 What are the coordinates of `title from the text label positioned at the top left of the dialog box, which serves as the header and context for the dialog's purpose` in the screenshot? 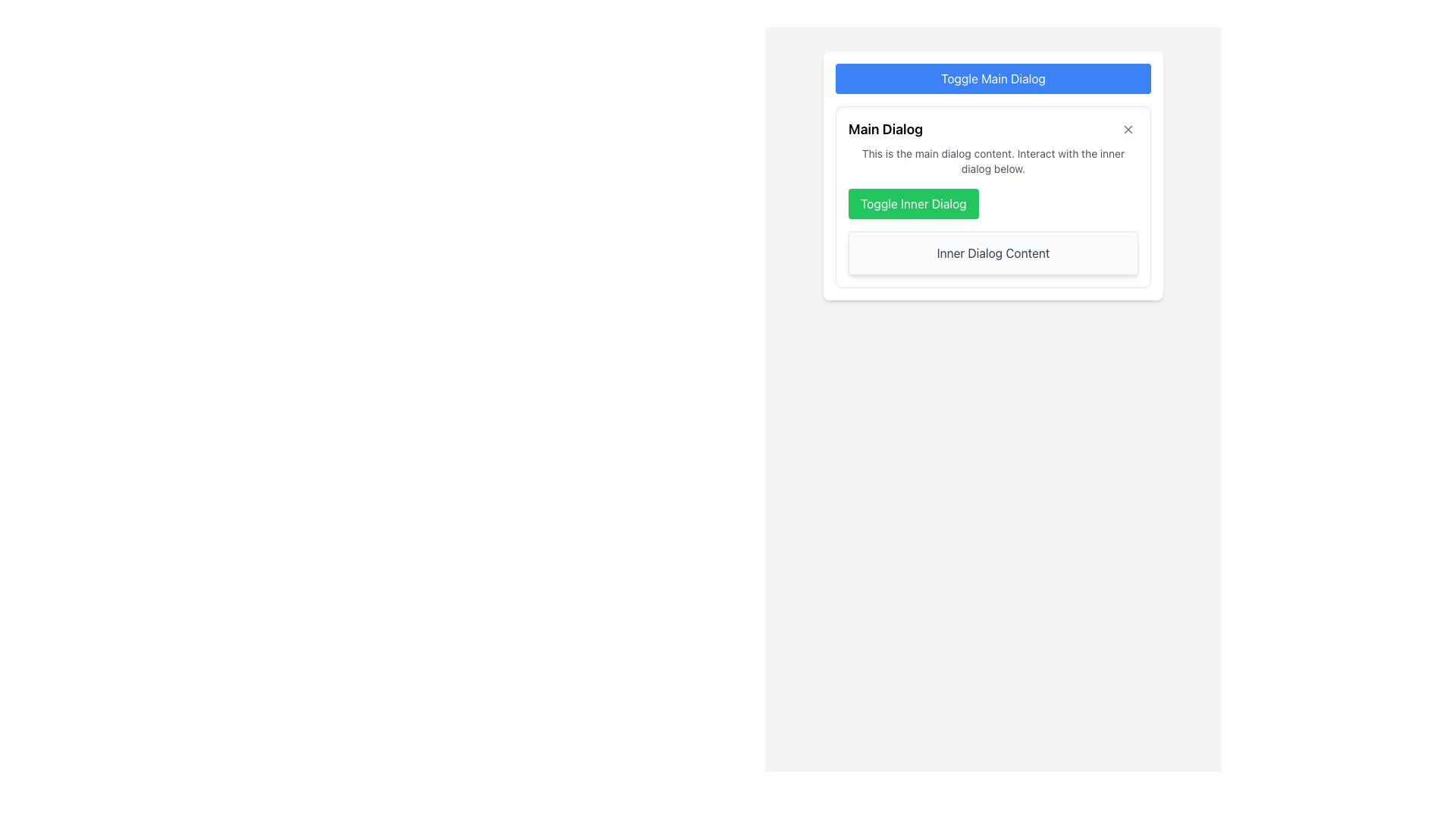 It's located at (885, 128).